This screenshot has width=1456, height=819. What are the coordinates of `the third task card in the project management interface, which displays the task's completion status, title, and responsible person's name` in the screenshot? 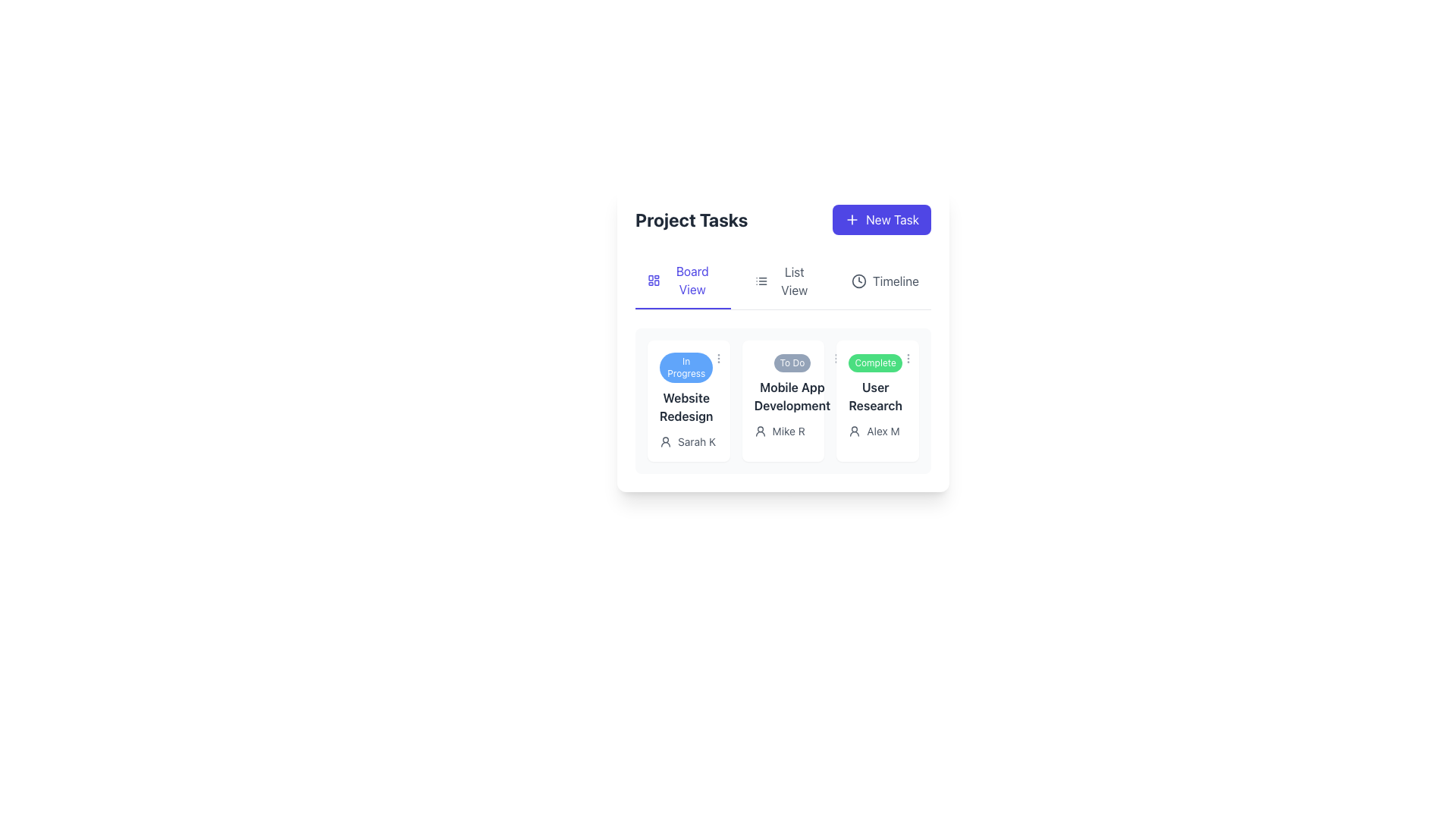 It's located at (877, 400).